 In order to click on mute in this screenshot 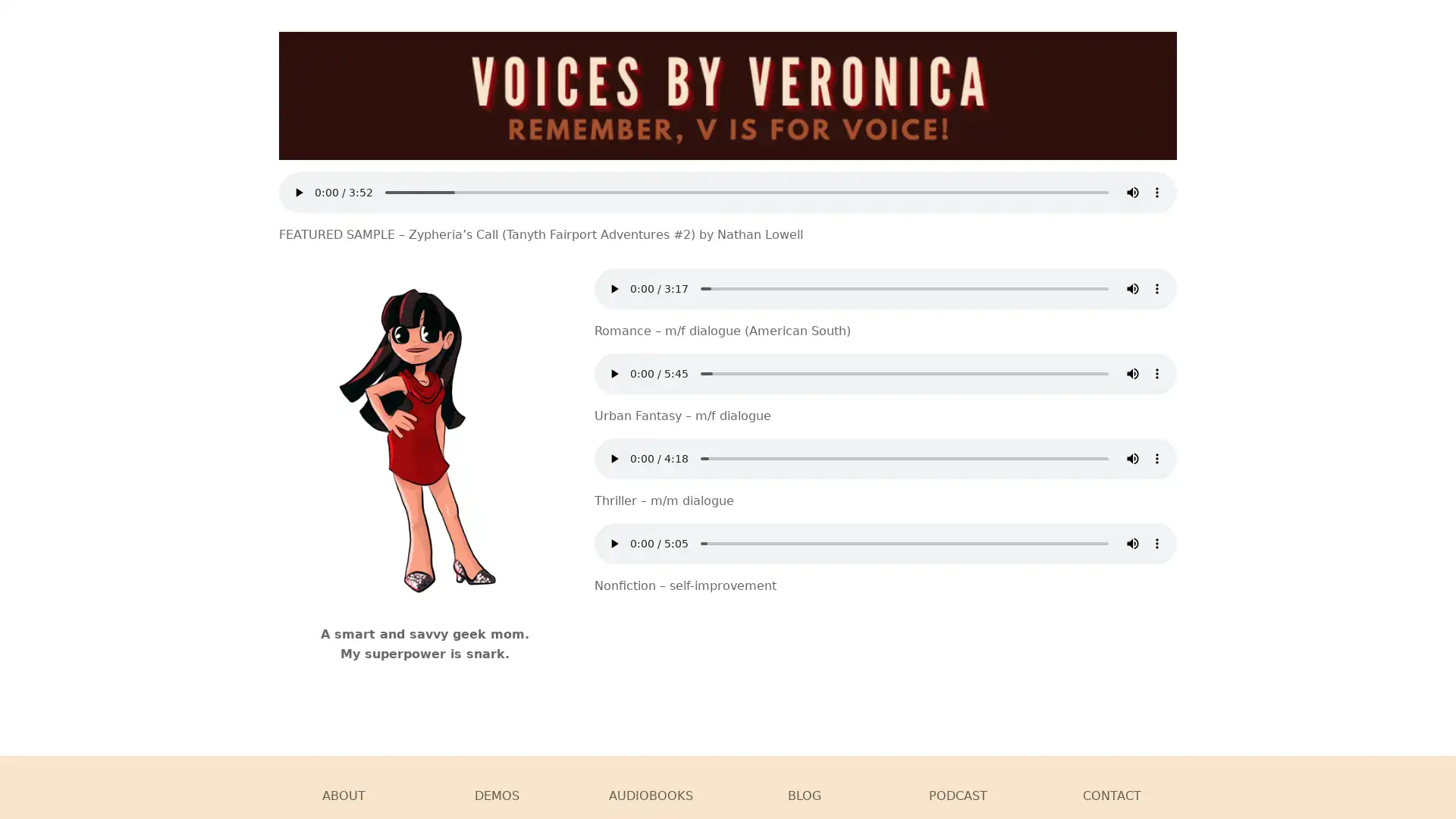, I will do `click(1132, 458)`.